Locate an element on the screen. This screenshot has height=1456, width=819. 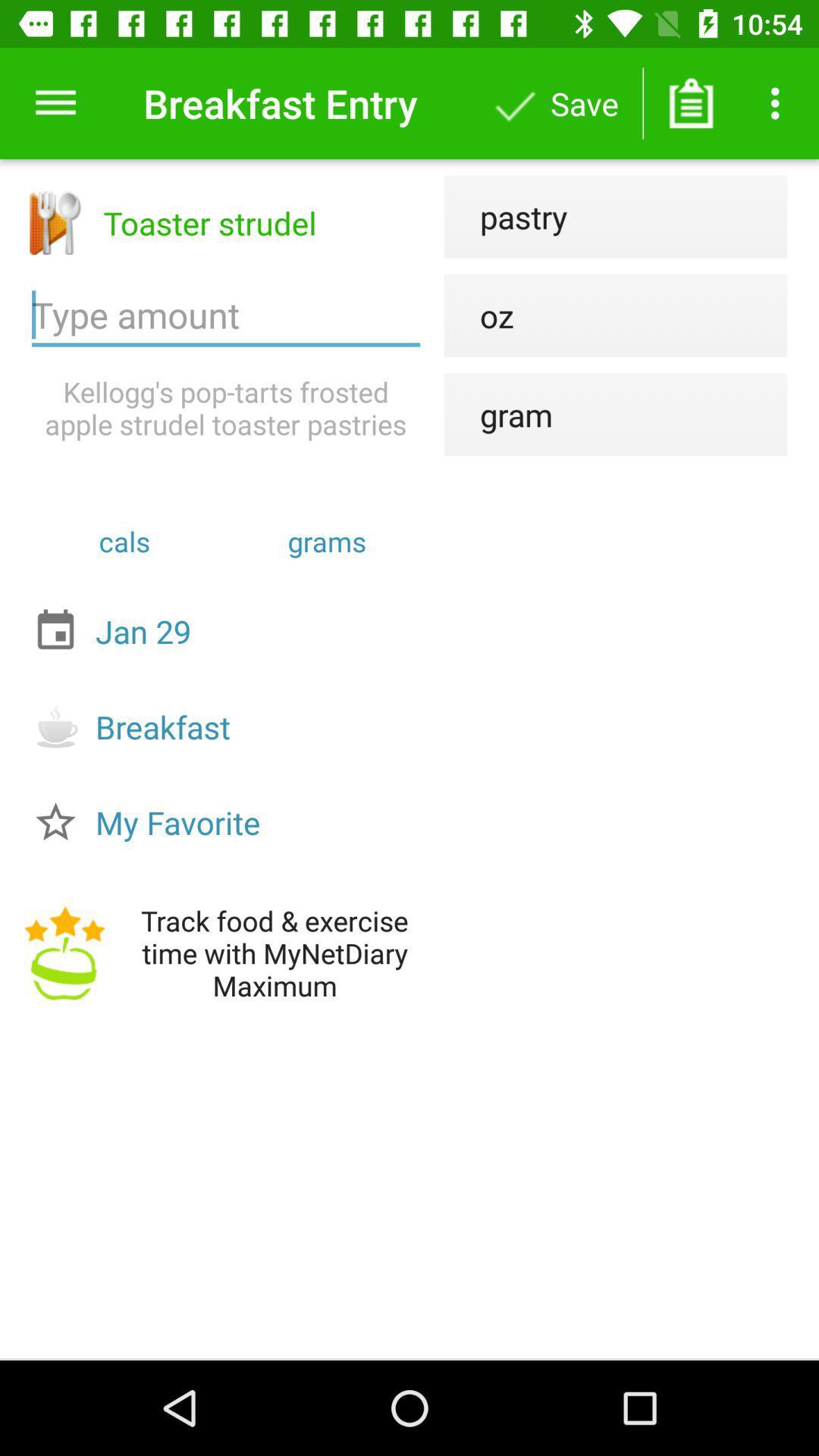
gram icon is located at coordinates (498, 414).